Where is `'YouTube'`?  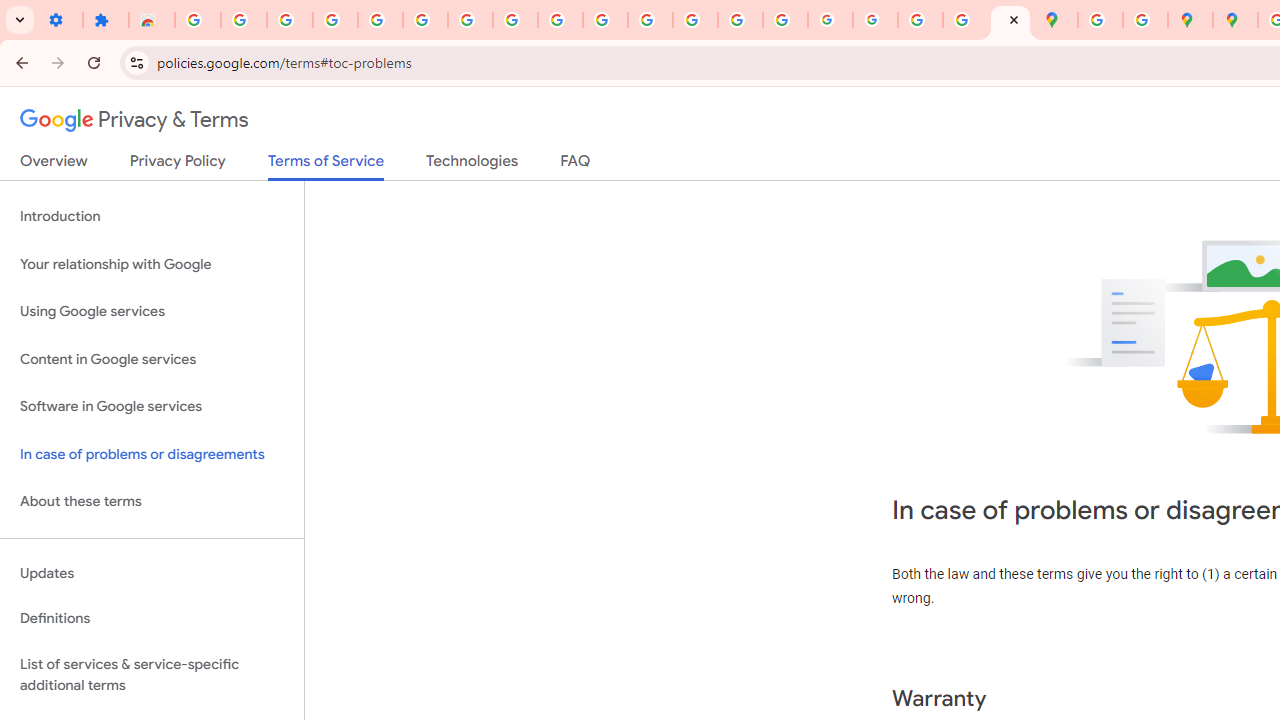
'YouTube' is located at coordinates (560, 20).